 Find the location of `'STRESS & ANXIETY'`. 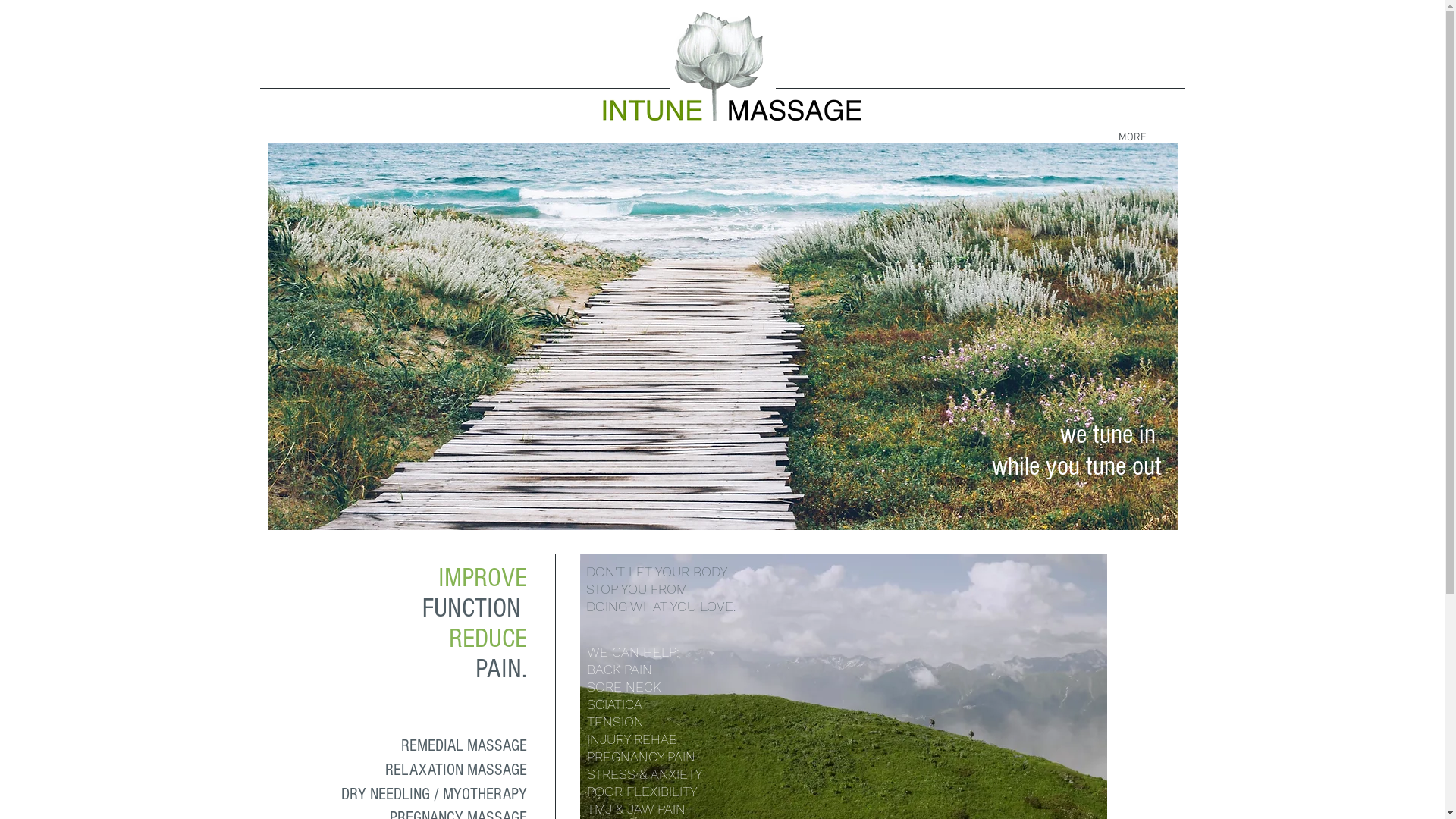

'STRESS & ANXIETY' is located at coordinates (644, 773).